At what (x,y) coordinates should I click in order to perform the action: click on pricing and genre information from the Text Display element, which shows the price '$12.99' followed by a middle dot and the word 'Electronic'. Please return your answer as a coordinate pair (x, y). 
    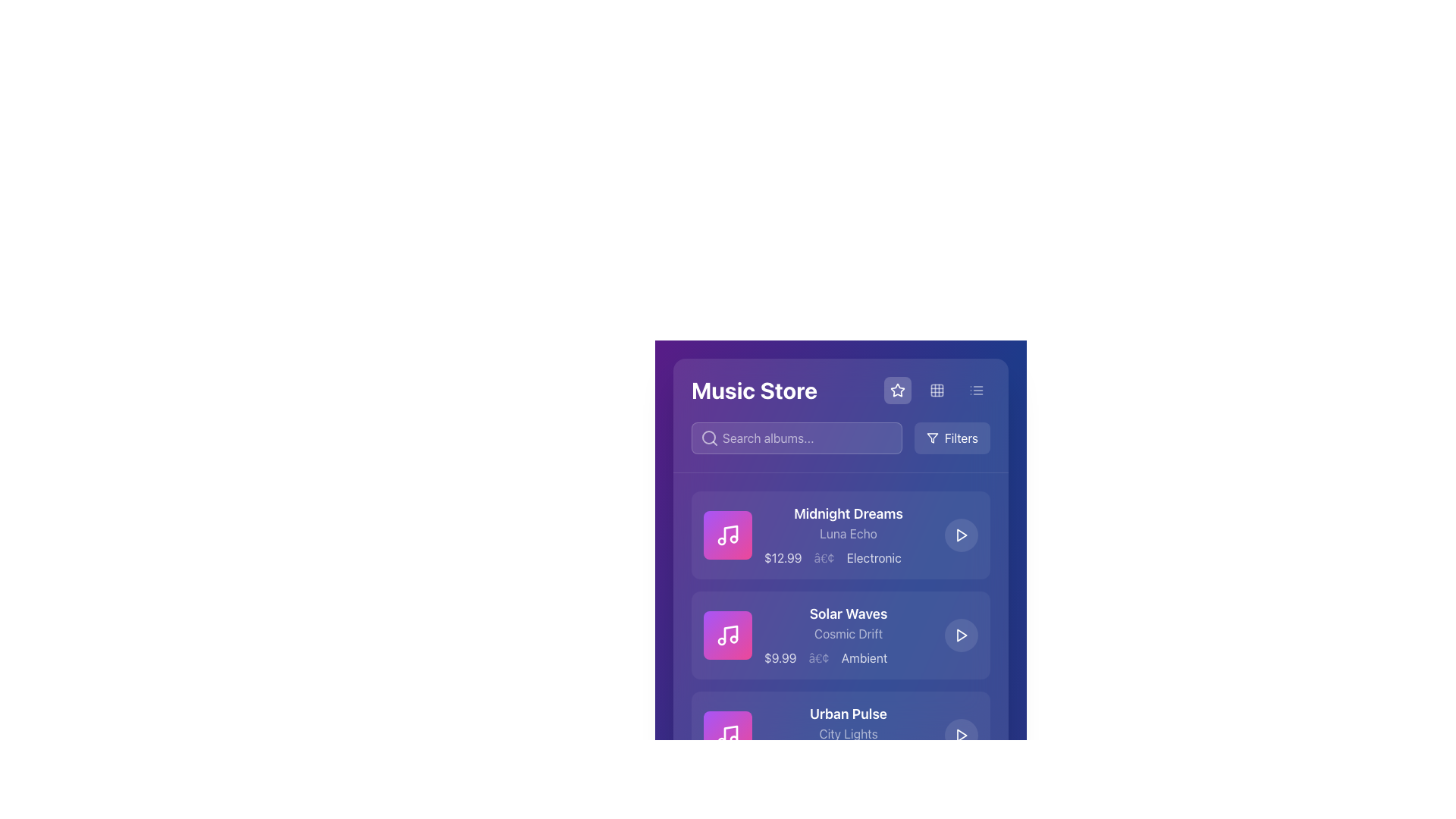
    Looking at the image, I should click on (847, 558).